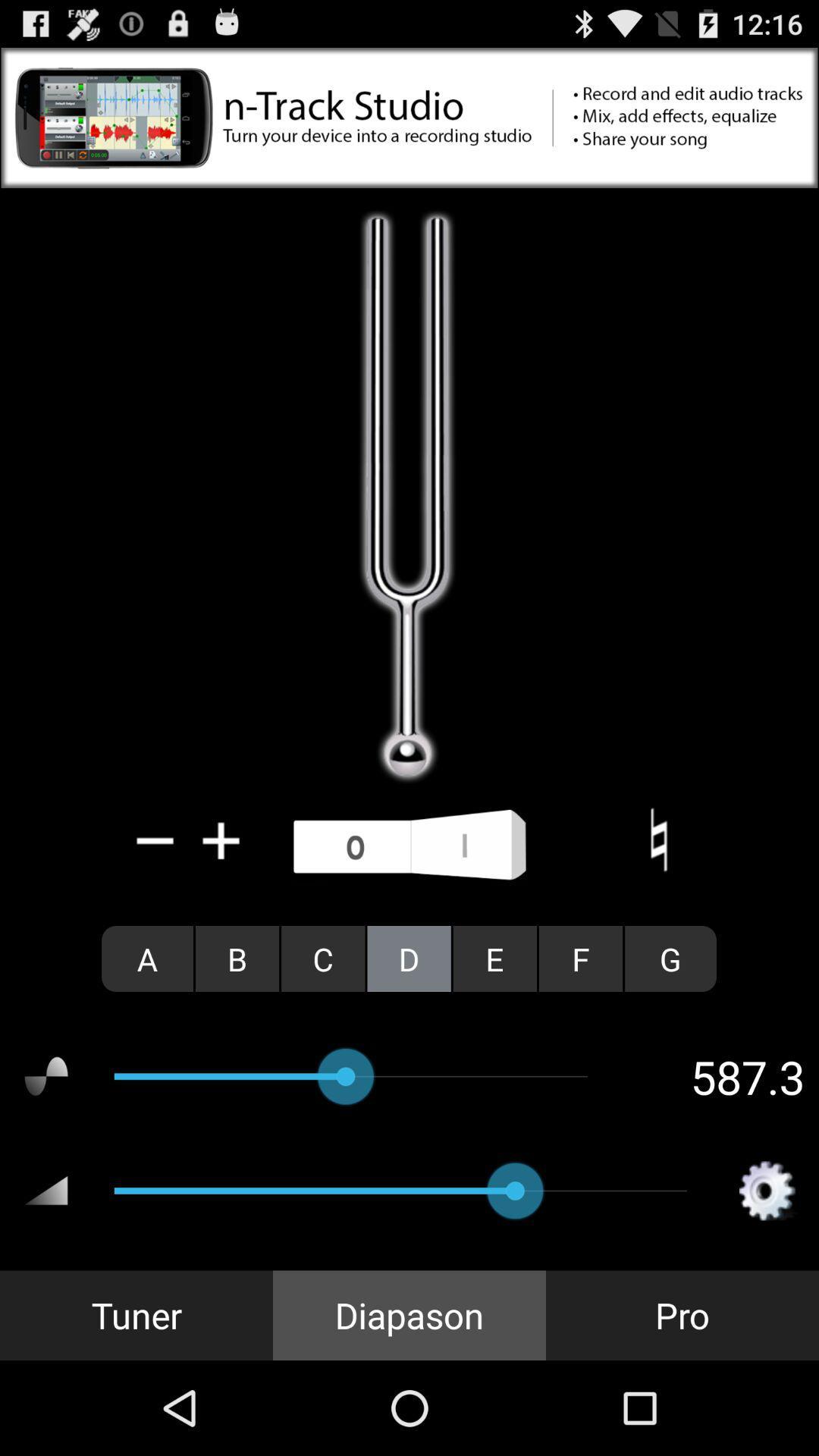  What do you see at coordinates (409, 846) in the screenshot?
I see `activate tuner` at bounding box center [409, 846].